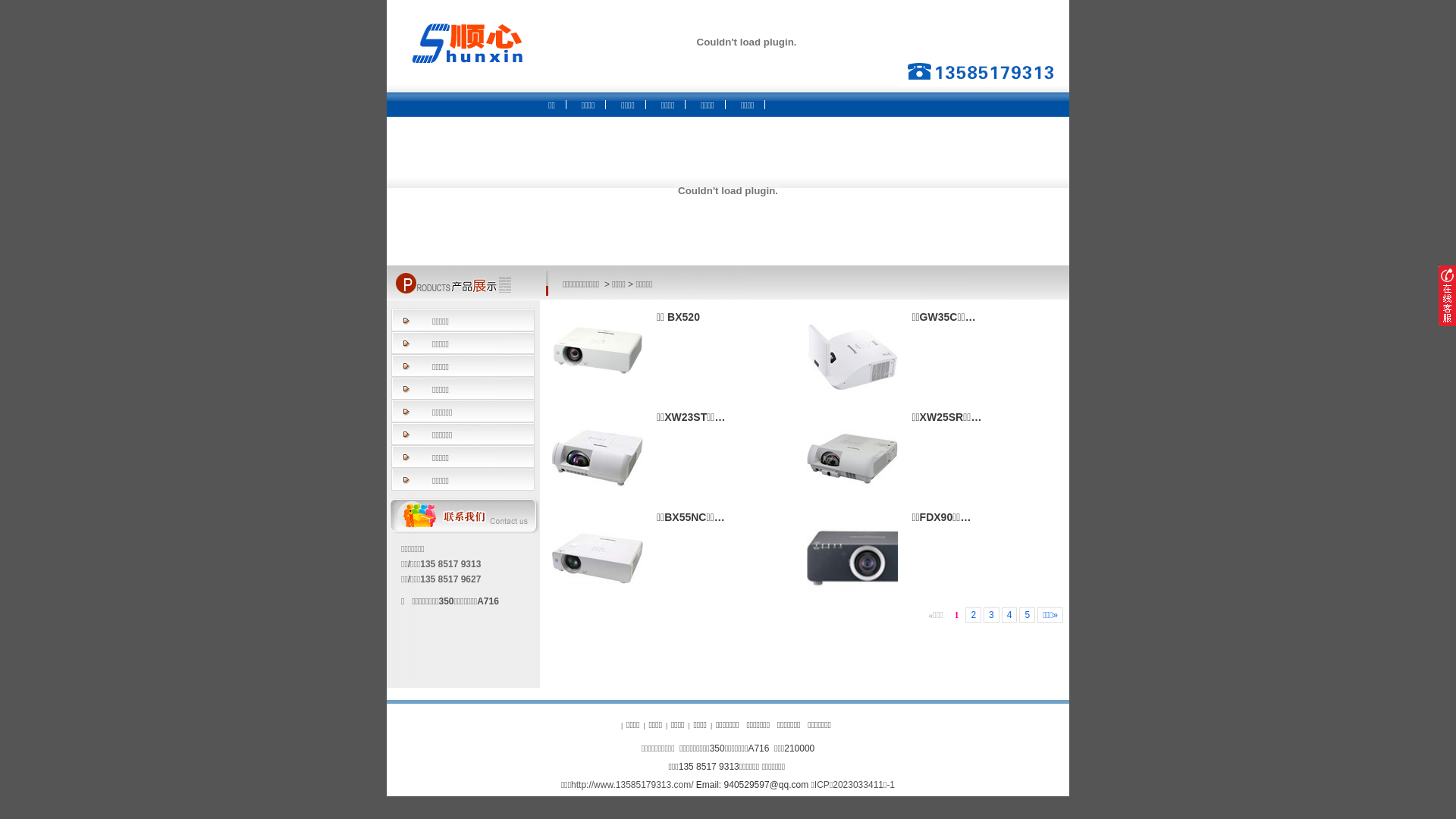 The width and height of the screenshot is (1456, 819). Describe the element at coordinates (973, 614) in the screenshot. I see `'2'` at that location.